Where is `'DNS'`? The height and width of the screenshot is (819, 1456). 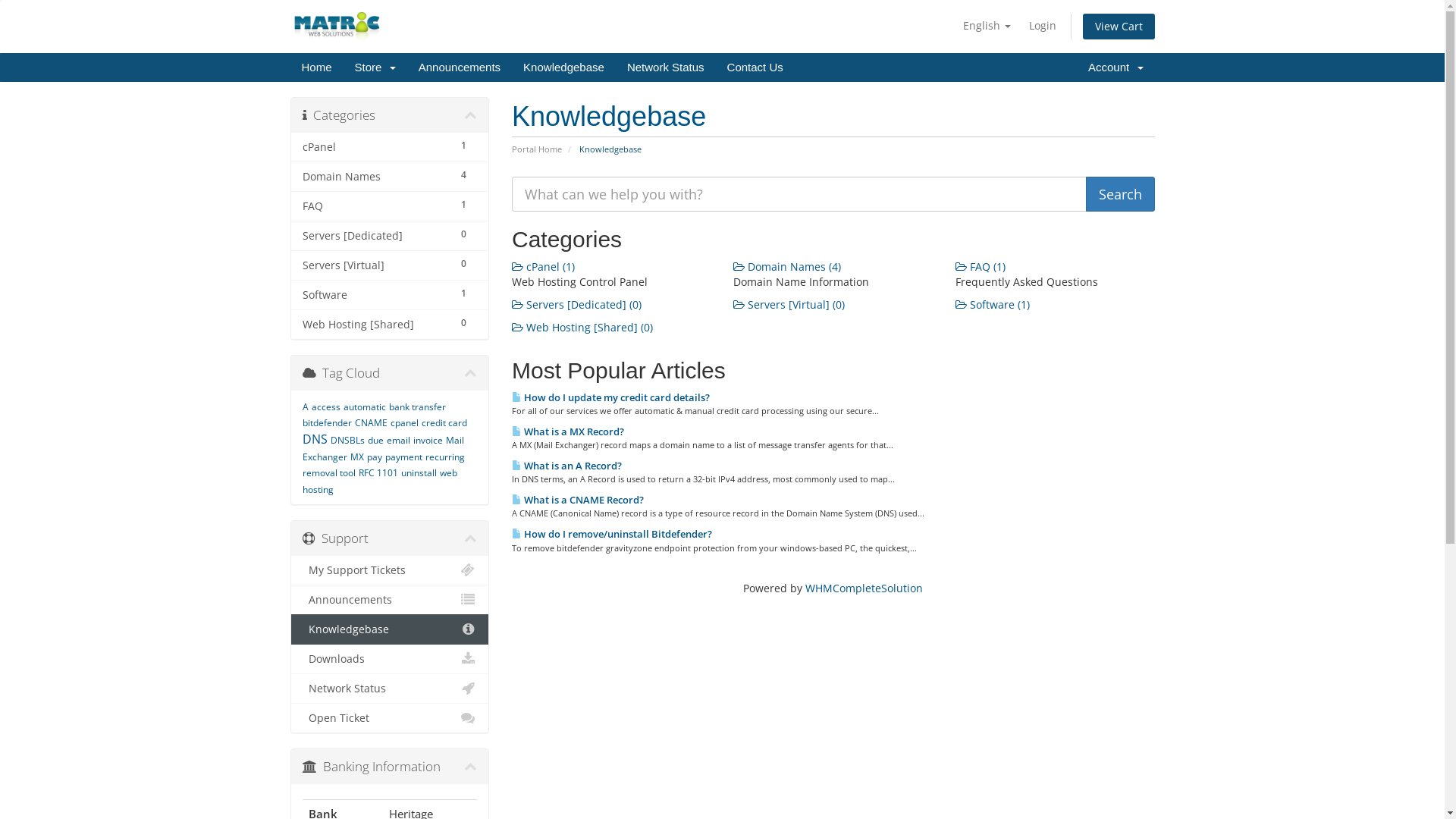 'DNS' is located at coordinates (313, 438).